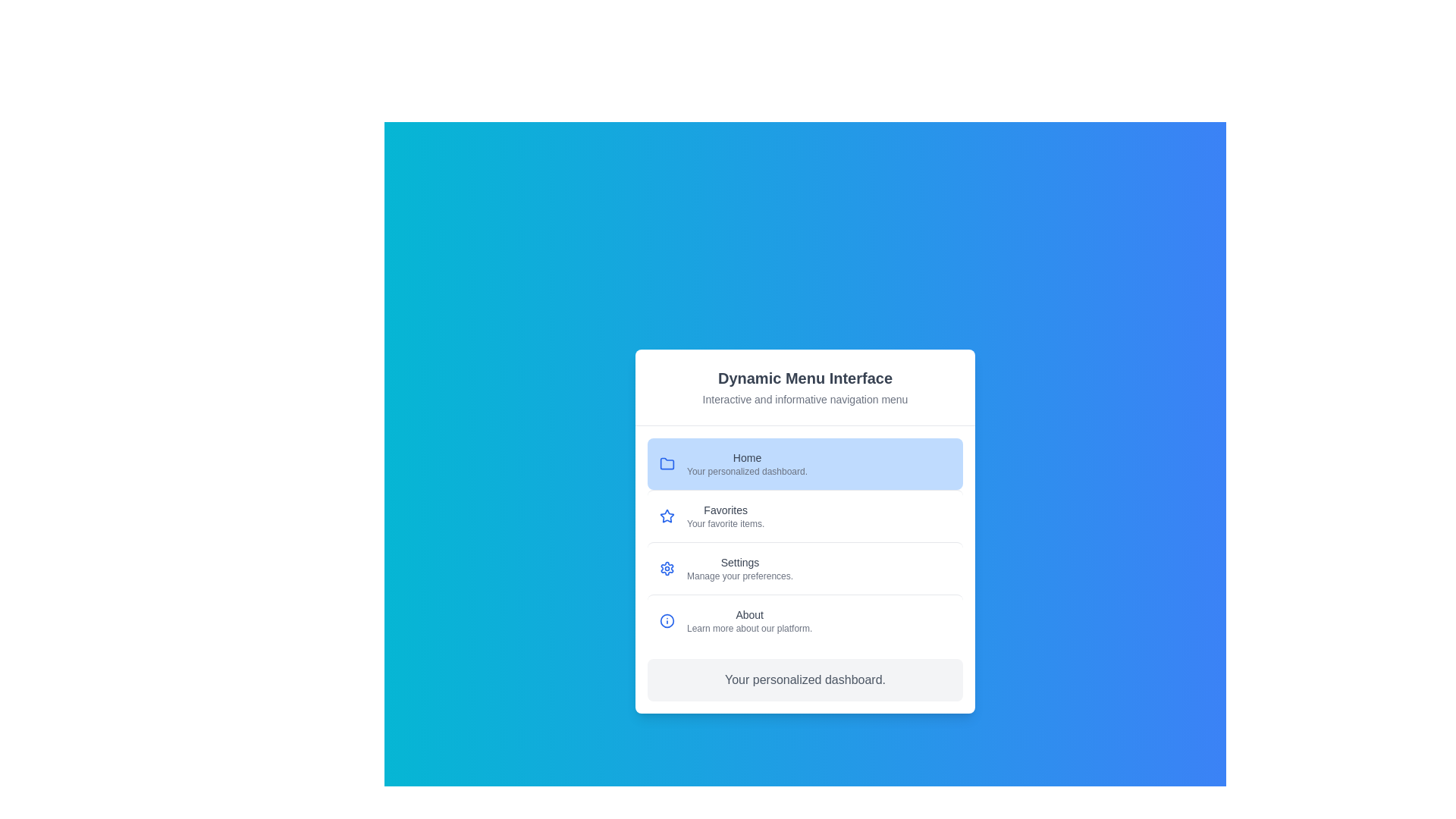 The image size is (1456, 819). I want to click on the menu item labeled Home, so click(804, 463).